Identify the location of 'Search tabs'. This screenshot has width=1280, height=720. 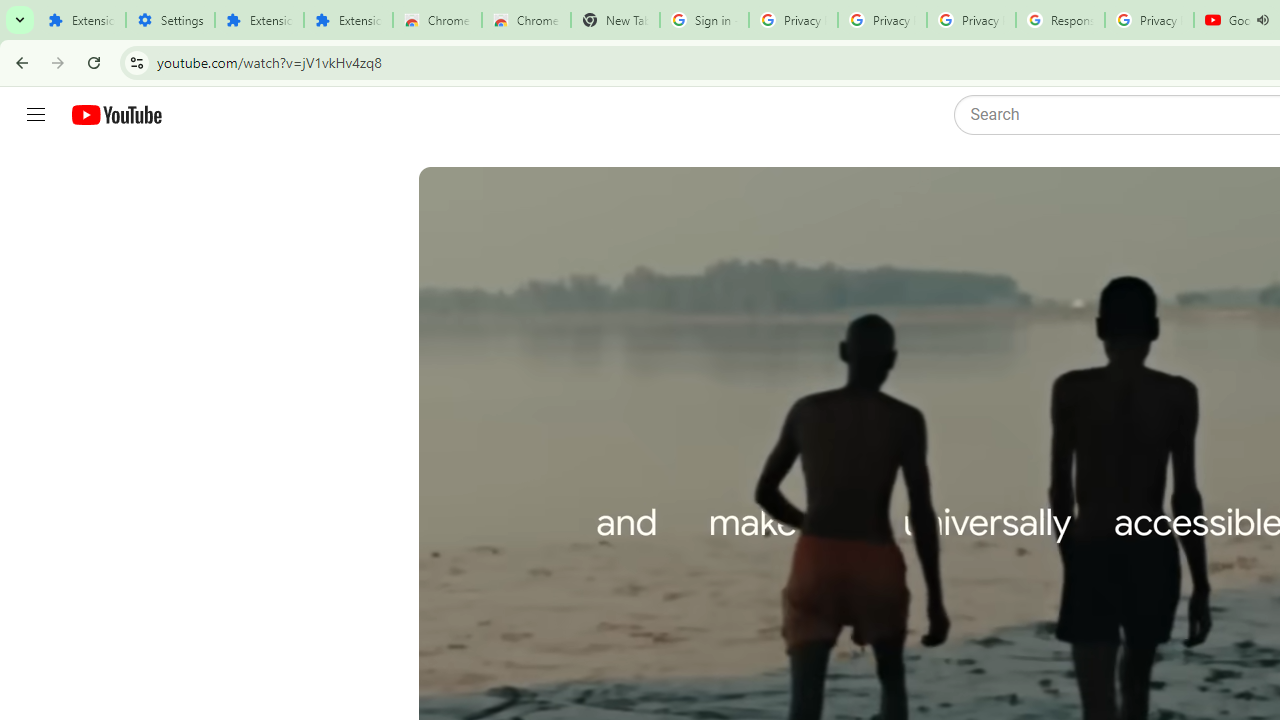
(20, 20).